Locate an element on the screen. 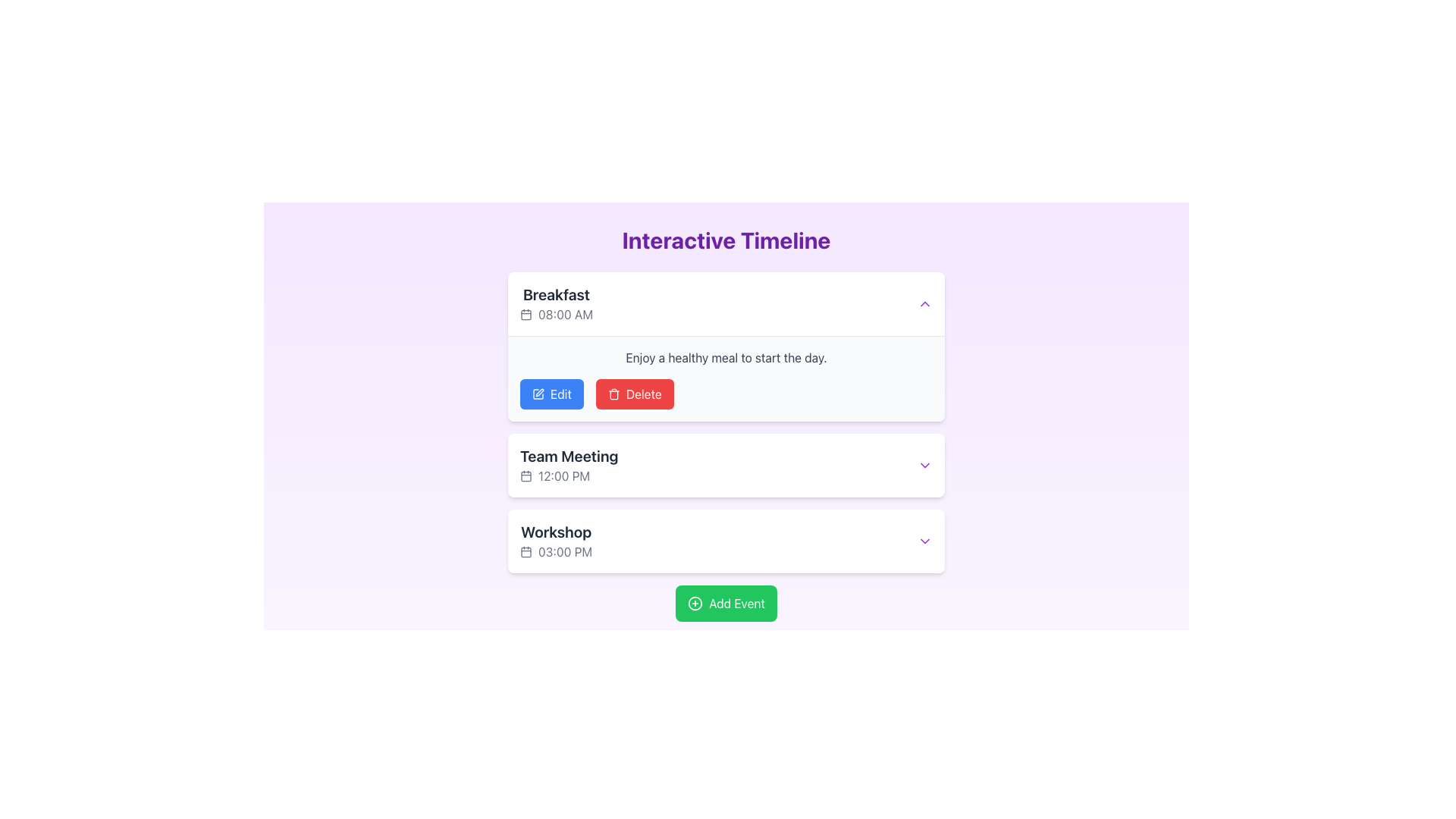 This screenshot has height=819, width=1456. the collapse button located at the far-right end of the 'Breakfast' task card to hide the detailed content is located at coordinates (924, 304).